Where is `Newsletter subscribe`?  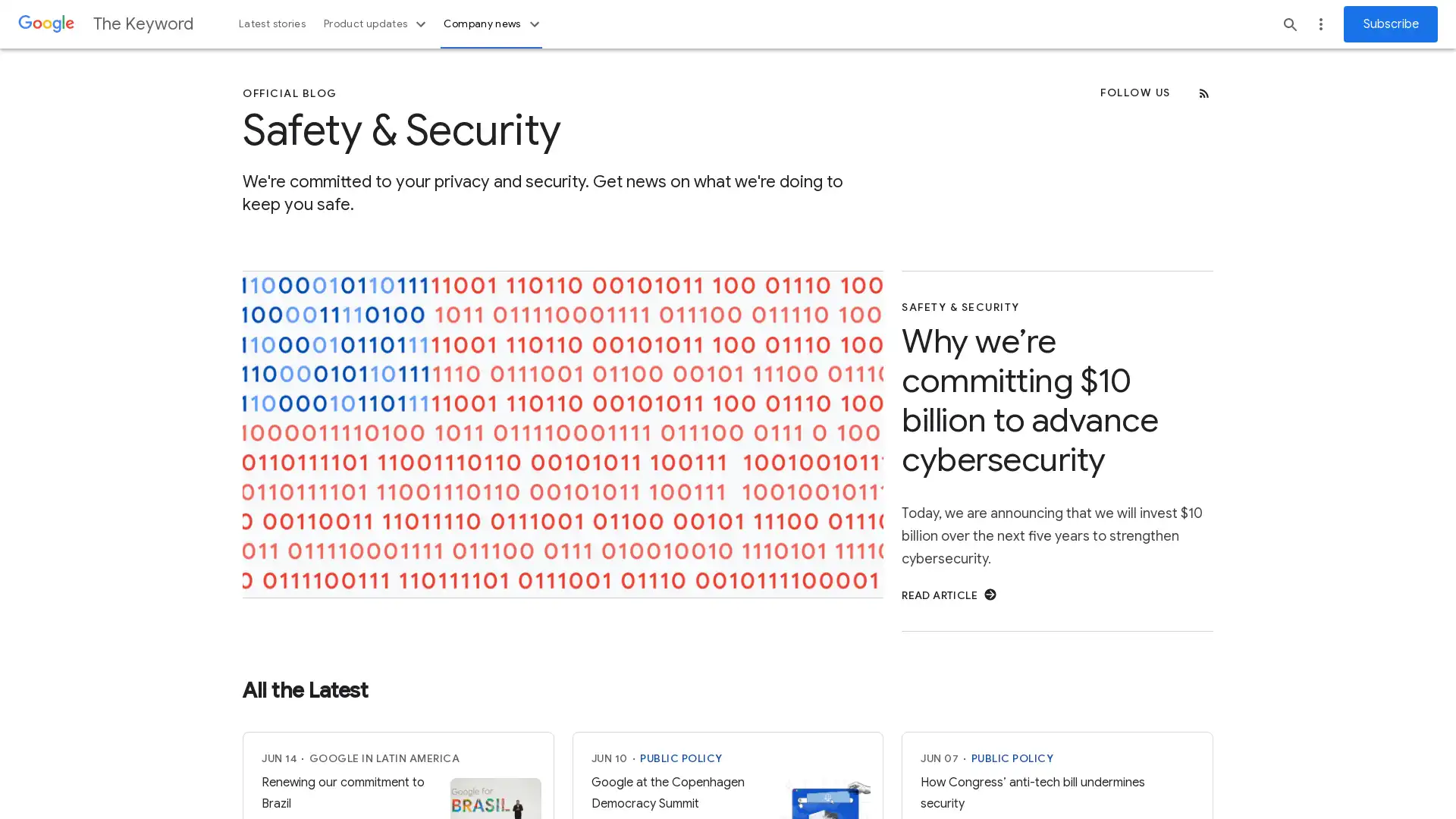 Newsletter subscribe is located at coordinates (1390, 24).